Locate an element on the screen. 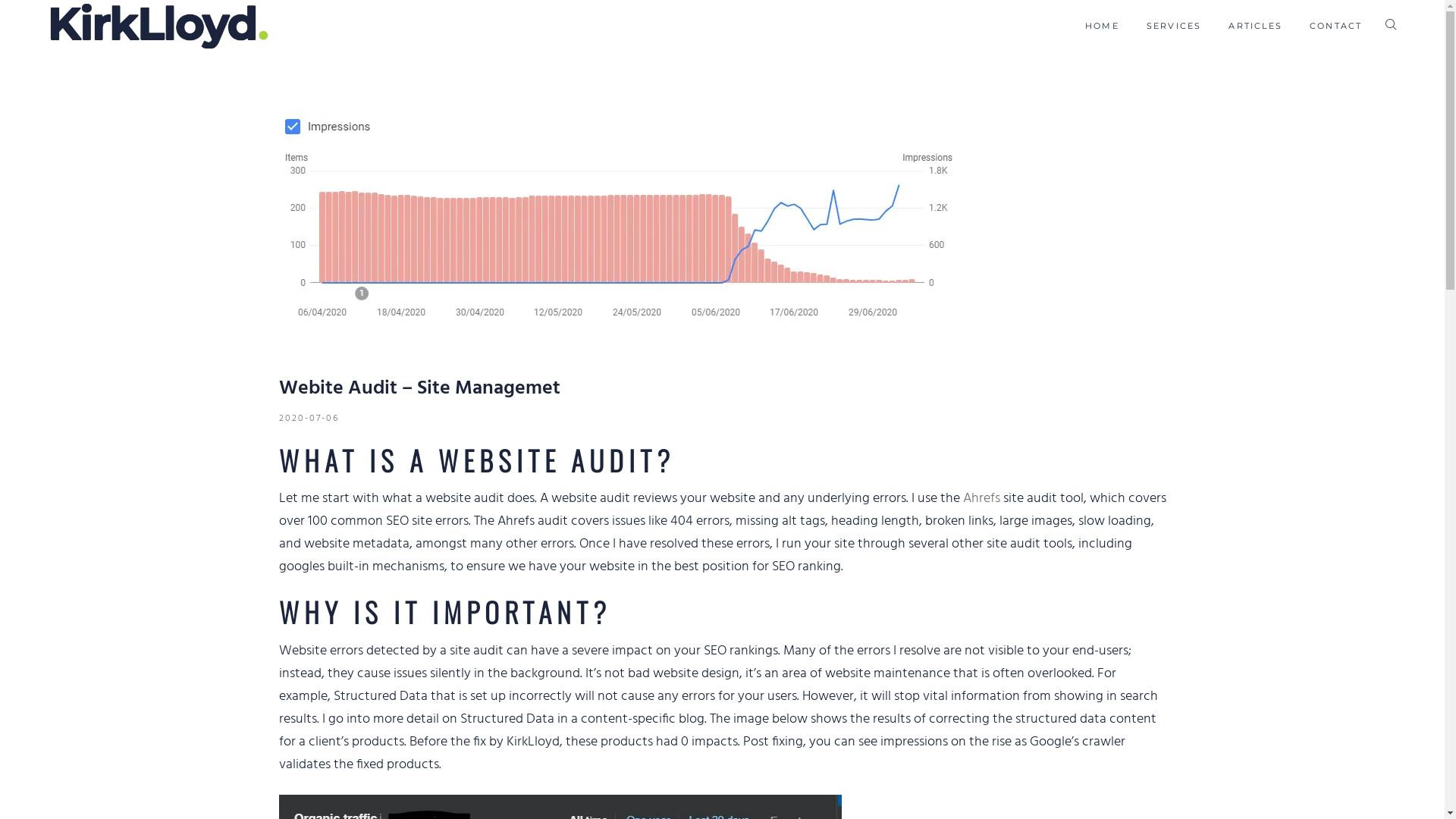  'Ahrefs' is located at coordinates (981, 498).